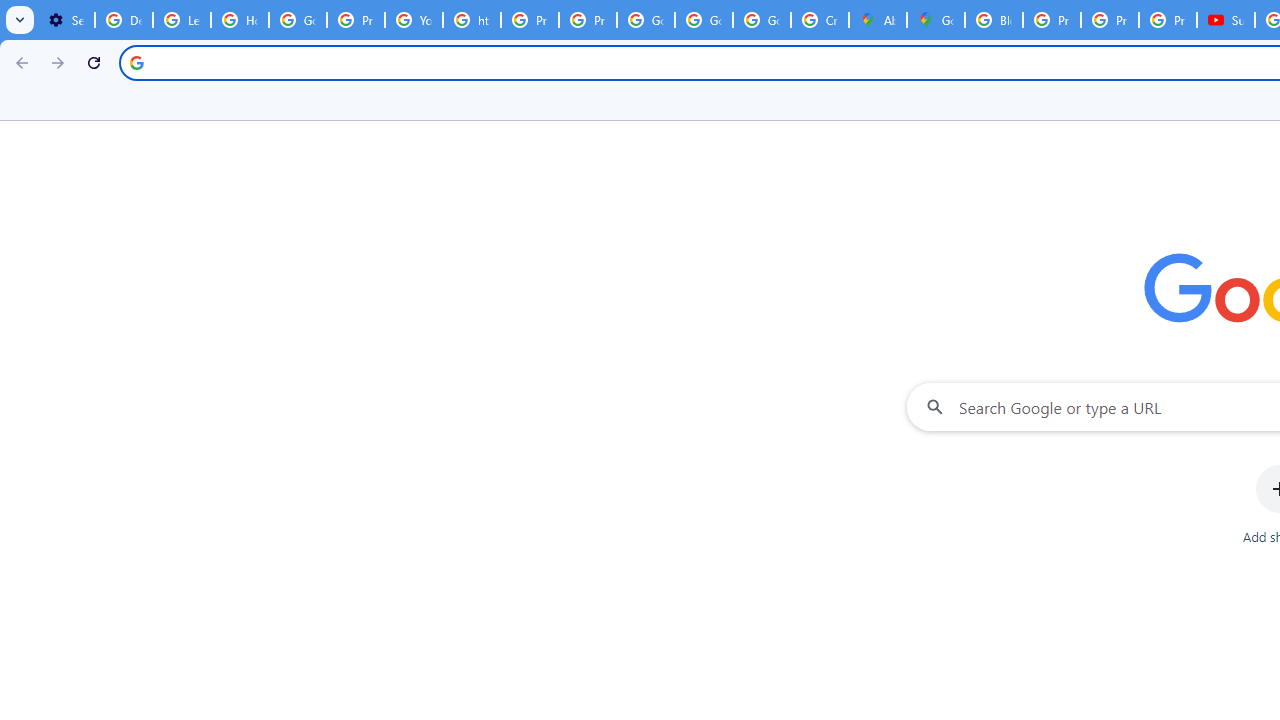 This screenshot has height=720, width=1280. I want to click on 'Back', so click(19, 61).